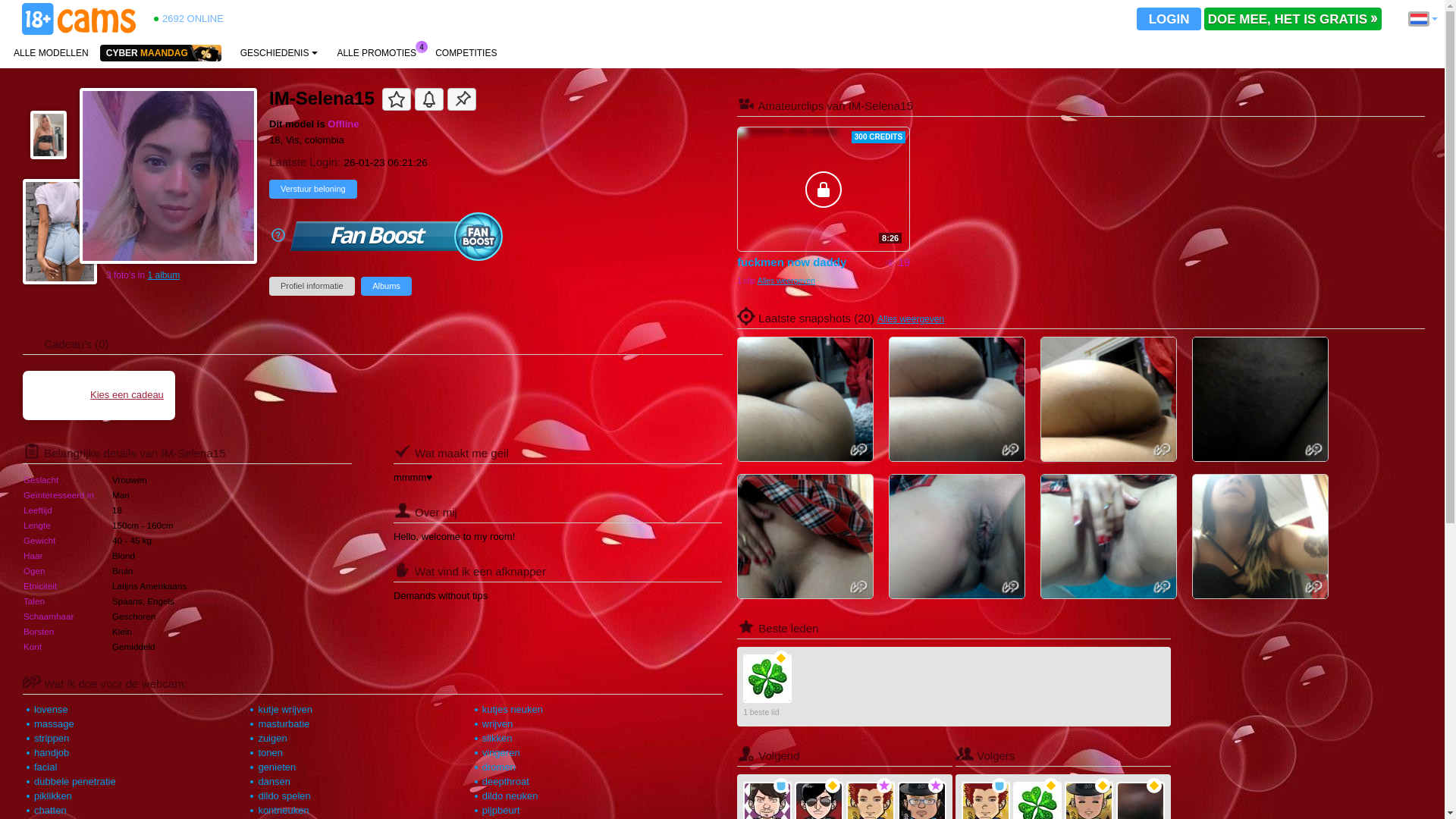  I want to click on 'vingeren', so click(501, 752).